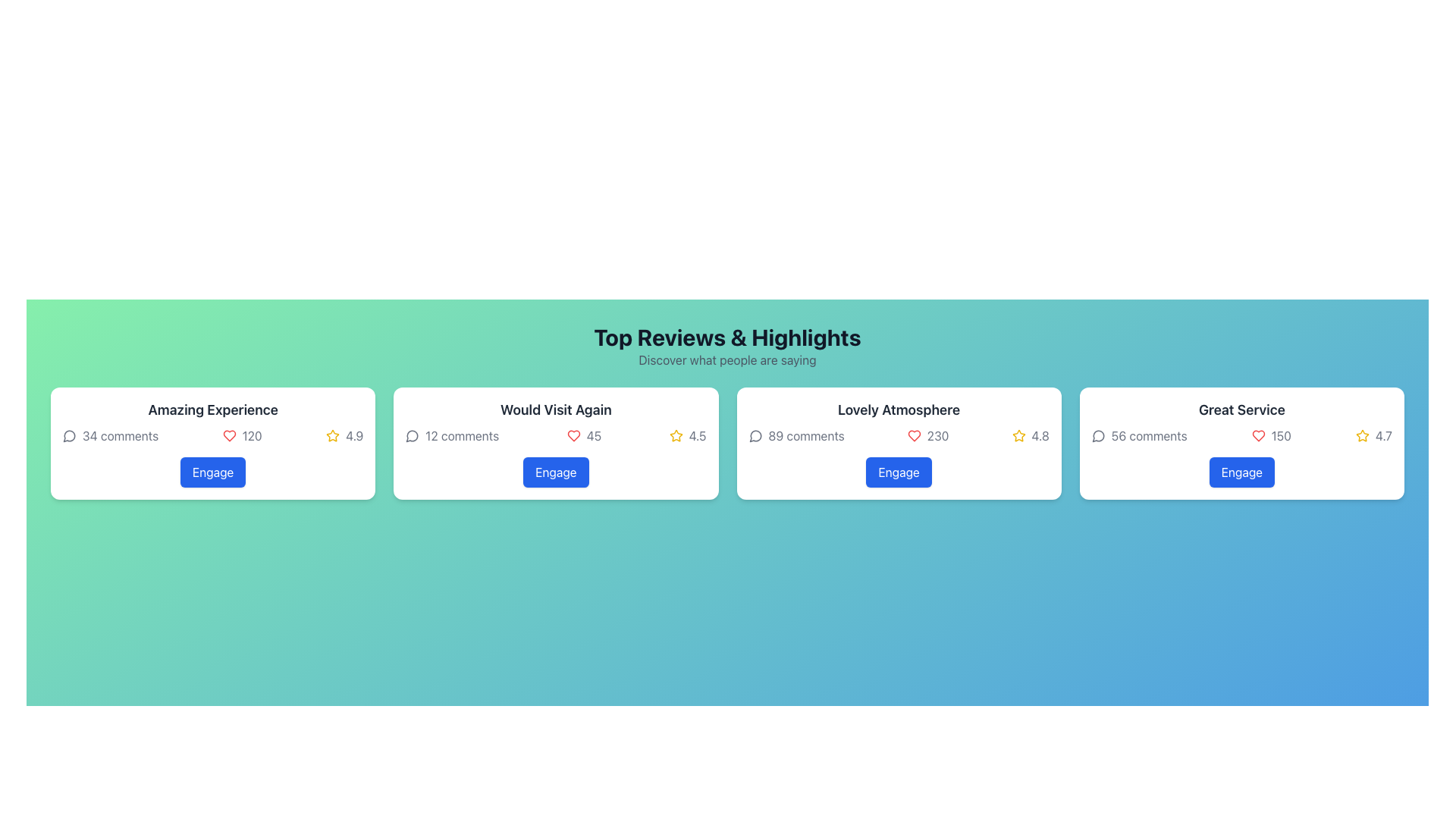 The width and height of the screenshot is (1456, 819). Describe the element at coordinates (1031, 435) in the screenshot. I see `rating value of '4.8' displayed in the bottom-right corner of the 'Lovely Atmosphere' card, which is located to the right of the '230' likes text and icon` at that location.